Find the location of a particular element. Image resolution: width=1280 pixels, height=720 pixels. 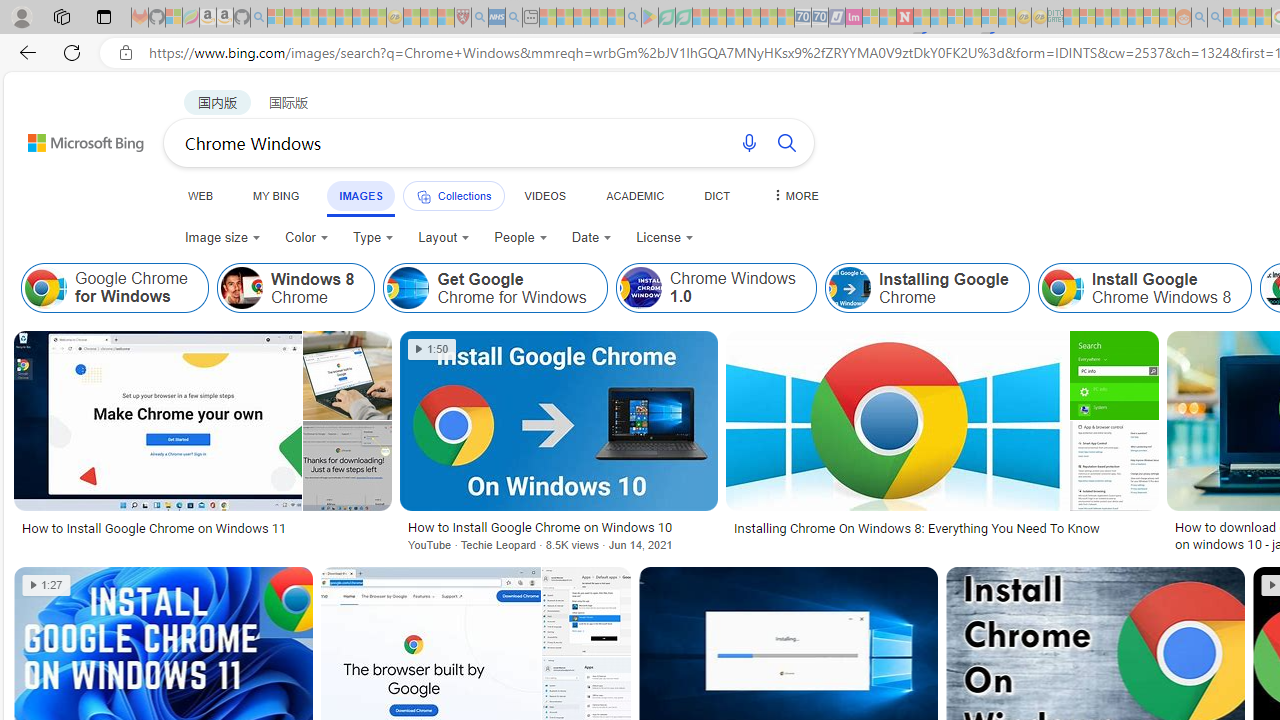

'DICT' is located at coordinates (717, 195).